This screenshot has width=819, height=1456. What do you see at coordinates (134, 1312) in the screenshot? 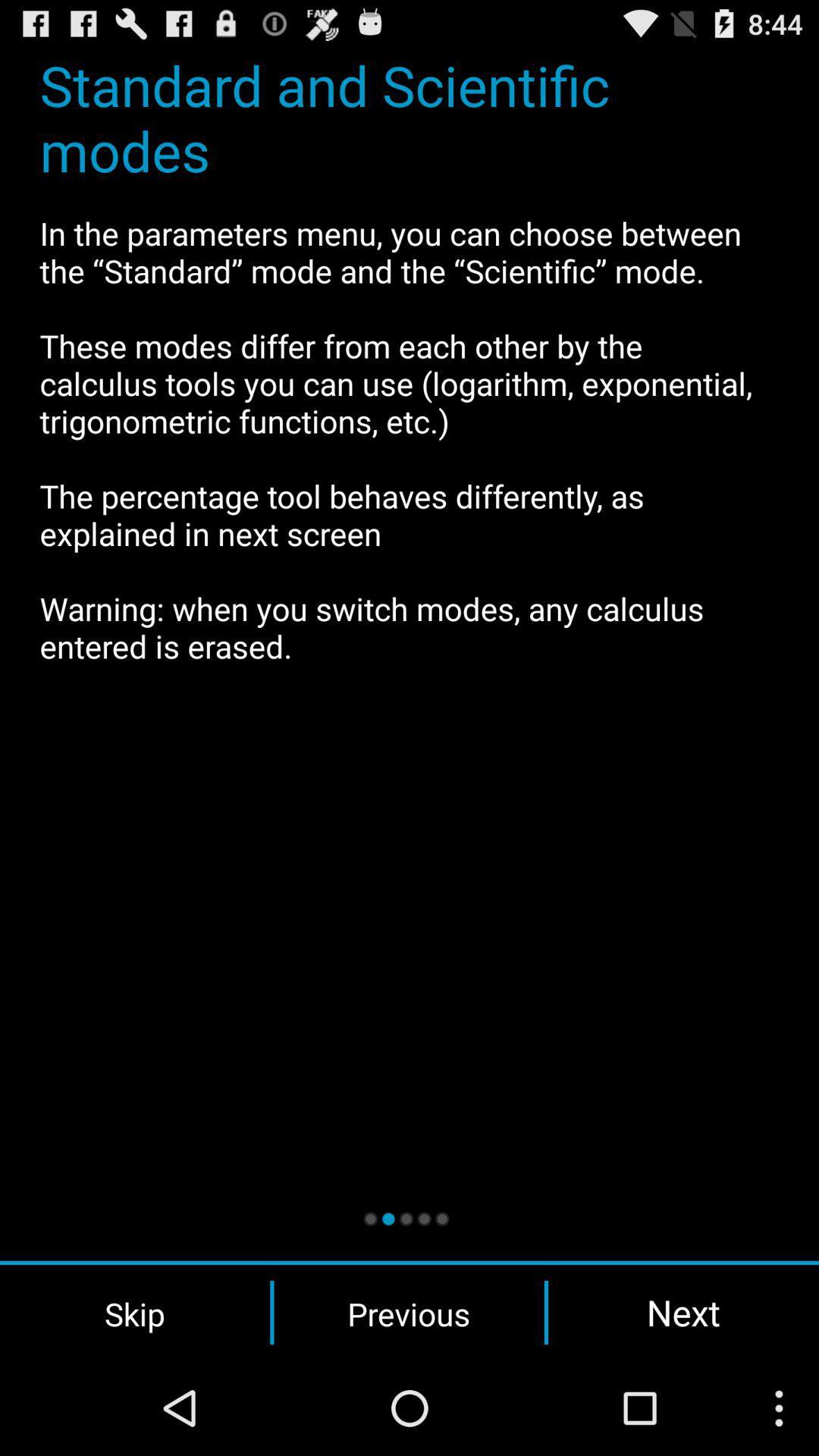
I see `the skip button` at bounding box center [134, 1312].